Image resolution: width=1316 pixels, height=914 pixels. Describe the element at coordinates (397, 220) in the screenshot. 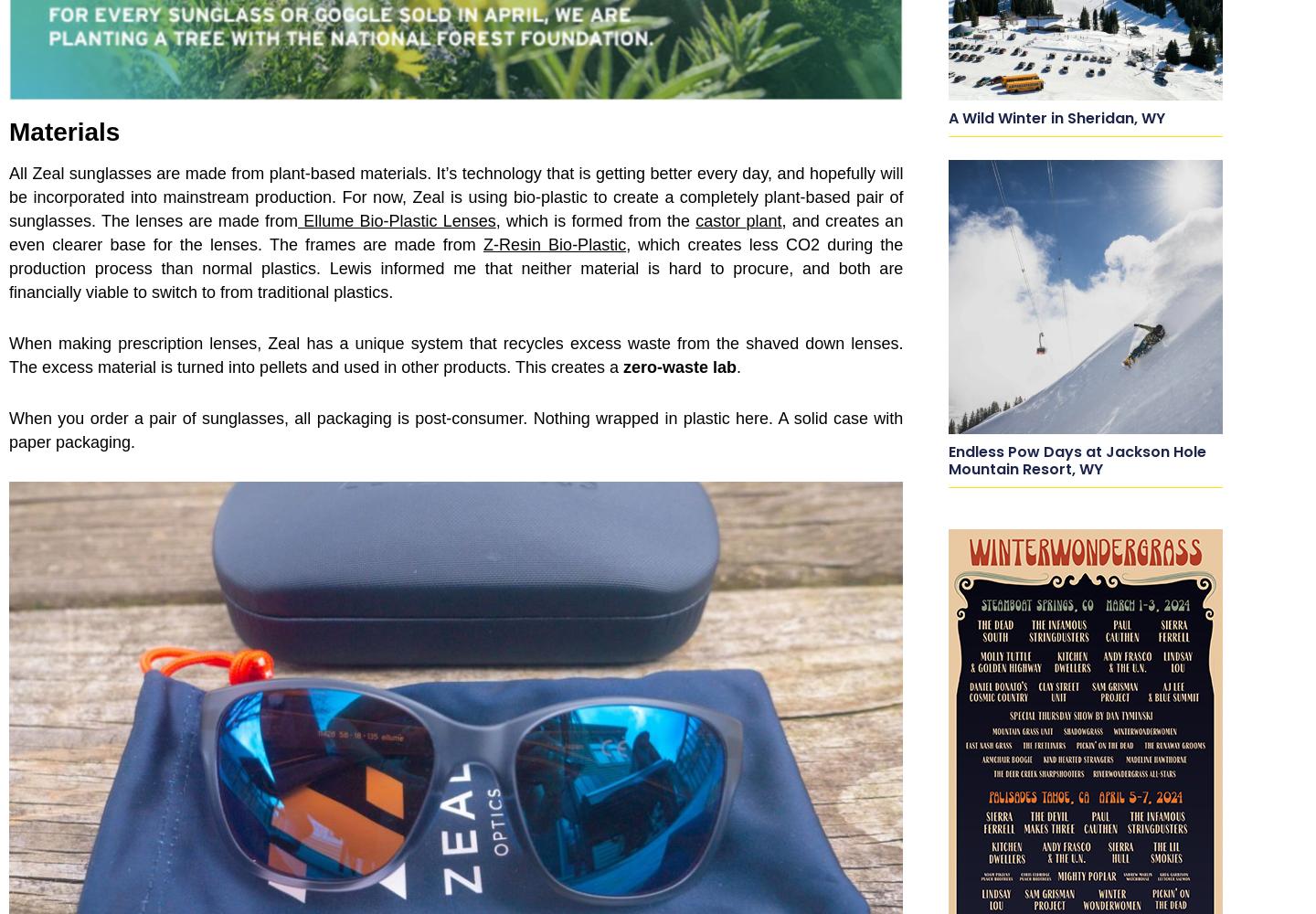

I see `'Ellume Bio-Plastic Lenses'` at that location.